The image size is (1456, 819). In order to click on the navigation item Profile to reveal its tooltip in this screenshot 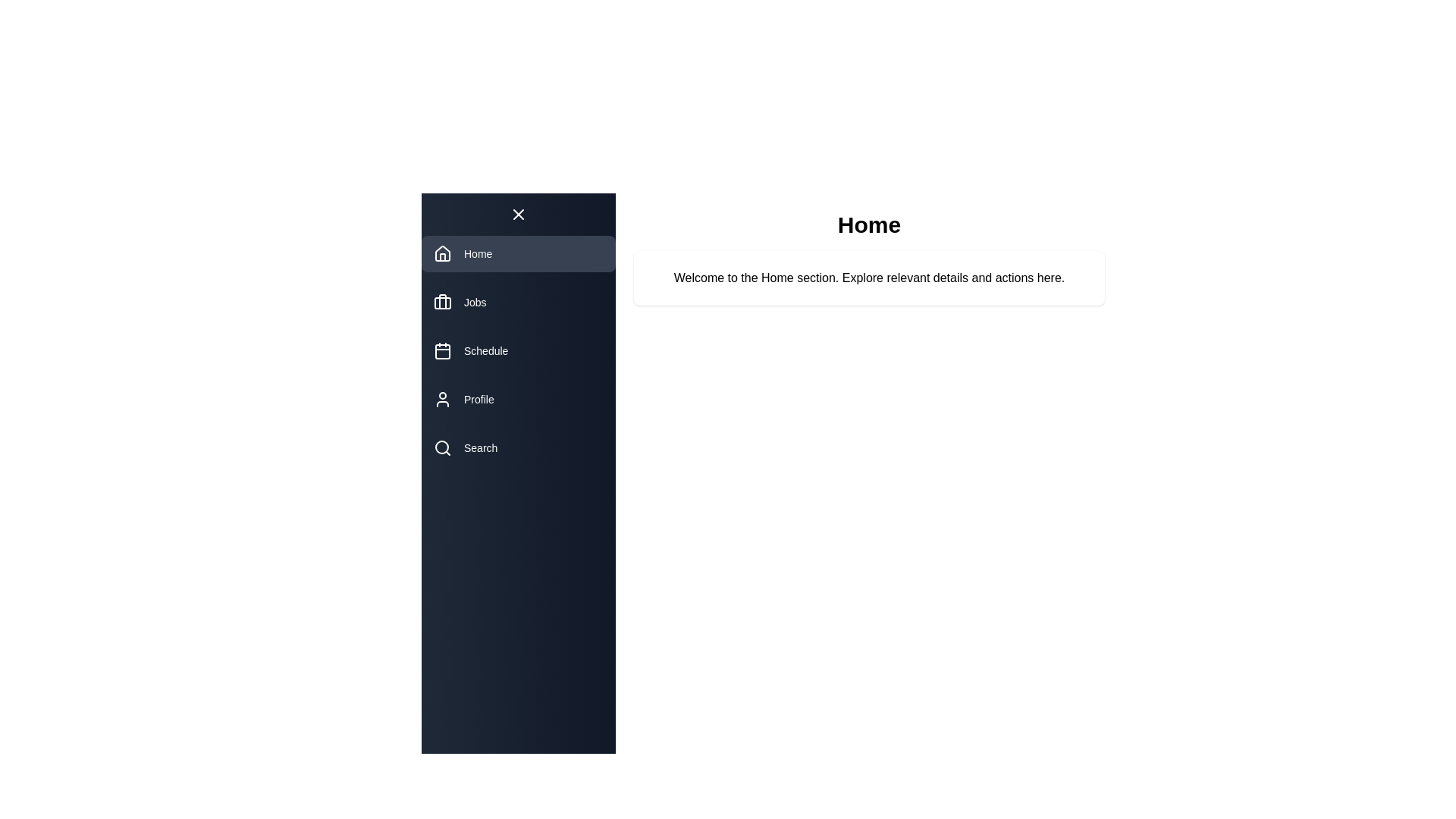, I will do `click(519, 399)`.